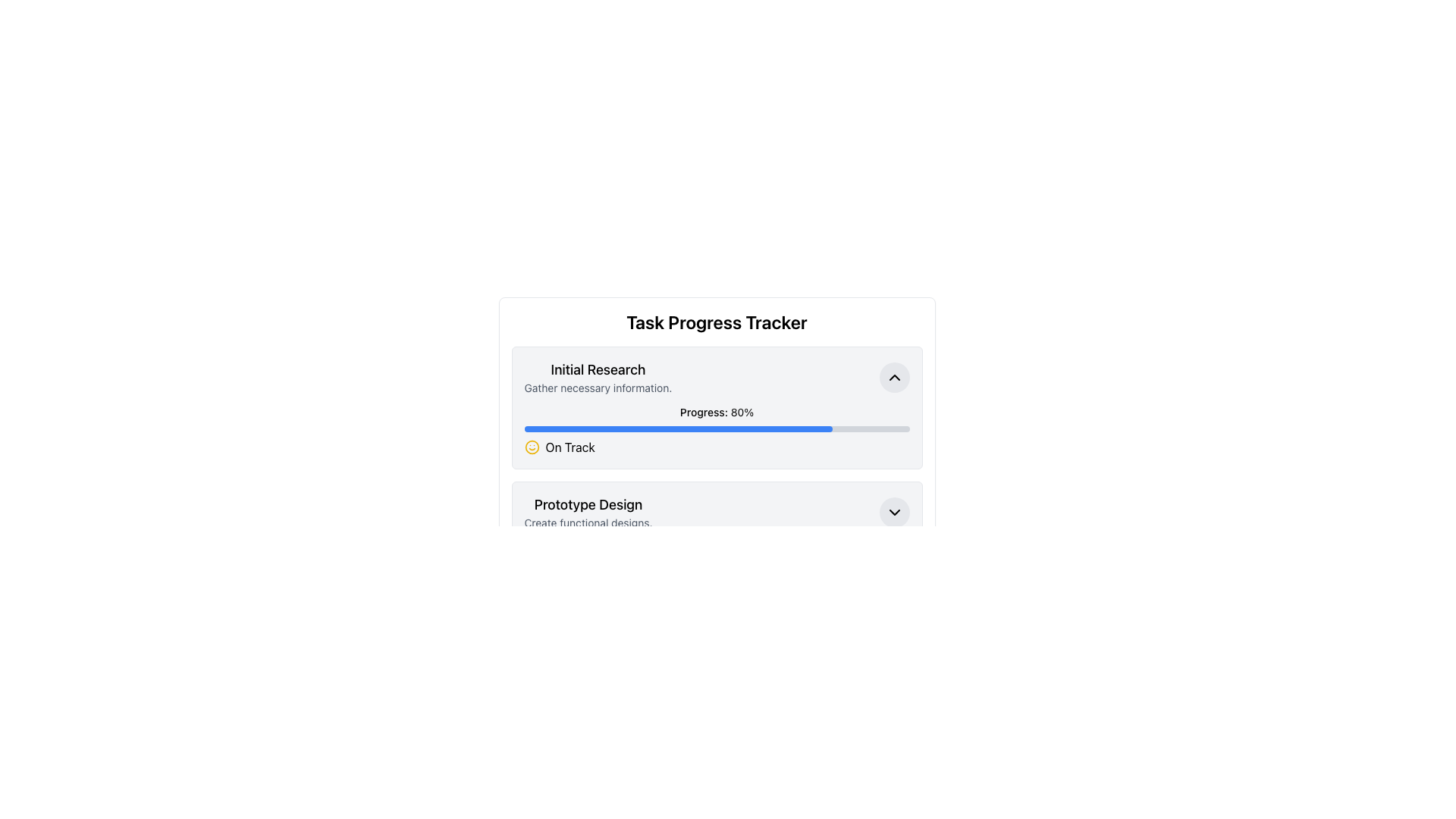 Image resolution: width=1456 pixels, height=819 pixels. I want to click on information displayed on the text label that shows 'Progress: 80%', located above the blue progress bar in the 'Initial Research' section, so click(716, 412).